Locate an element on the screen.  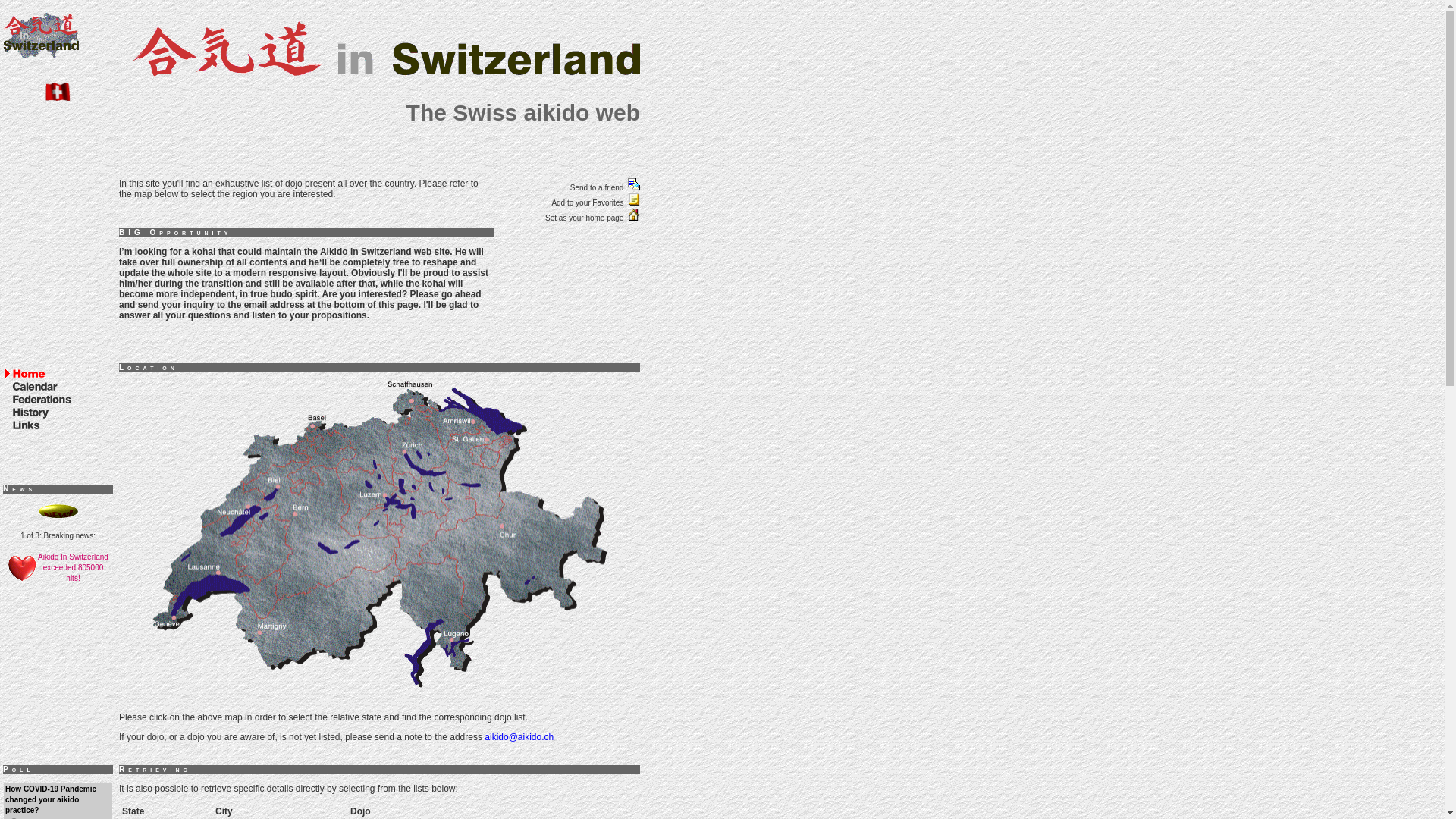
'aikido@aikido.ch' is located at coordinates (519, 736).